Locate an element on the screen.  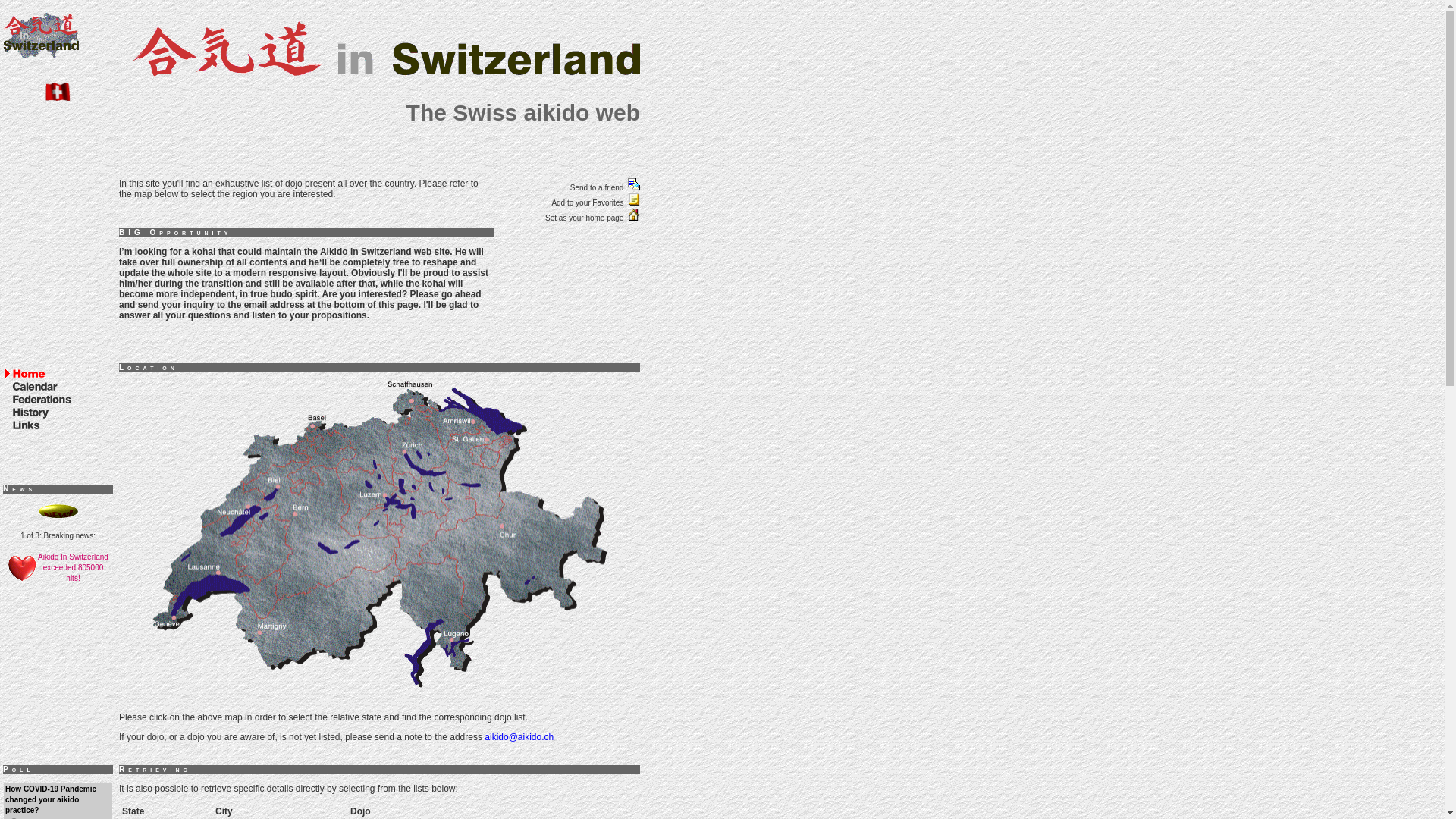
'aikido@aikido.ch' is located at coordinates (519, 736).